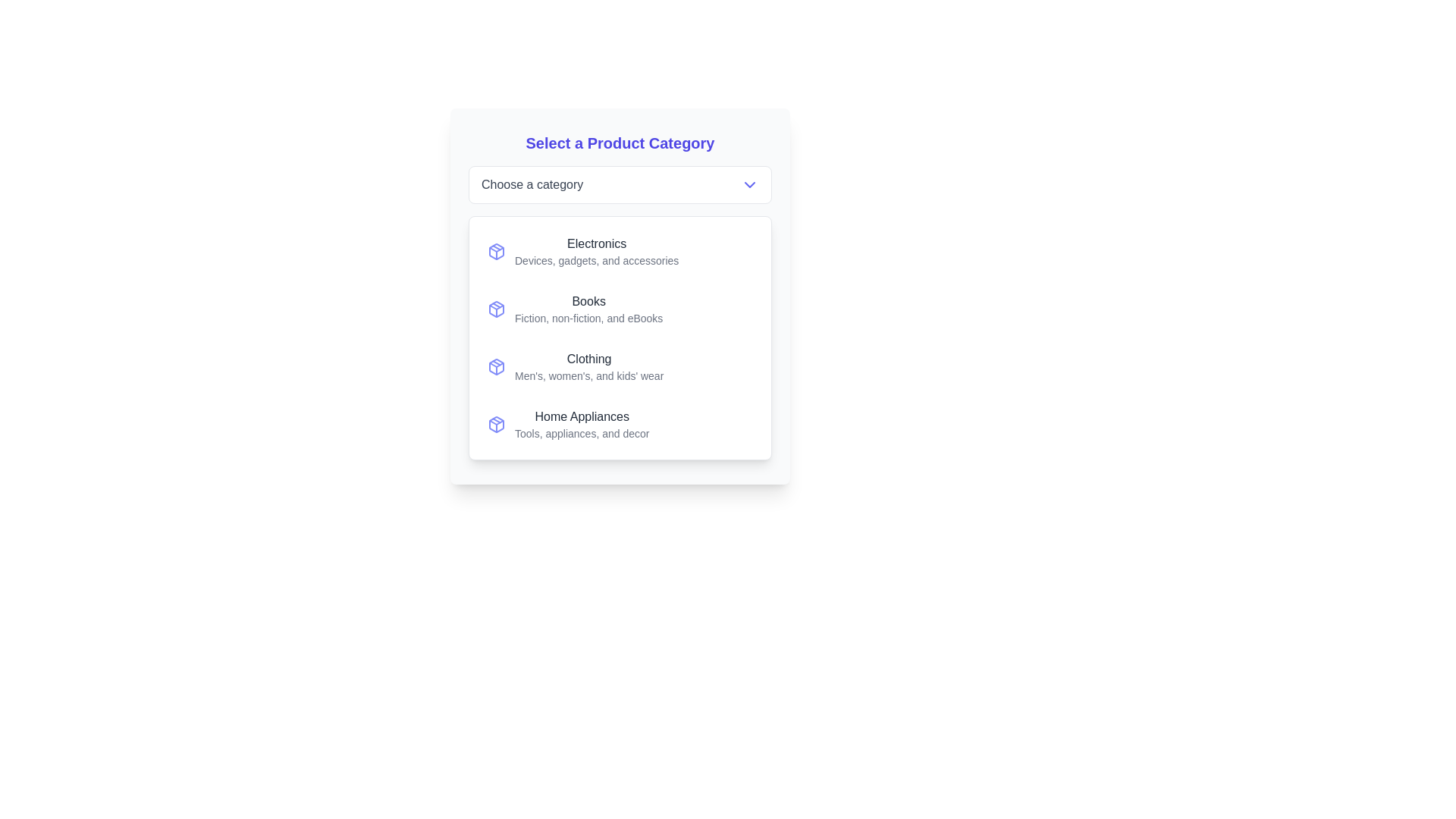 The width and height of the screenshot is (1456, 819). What do you see at coordinates (588, 375) in the screenshot?
I see `the descriptive text below the 'Clothing' label, which provides context for the types of items available in this category` at bounding box center [588, 375].